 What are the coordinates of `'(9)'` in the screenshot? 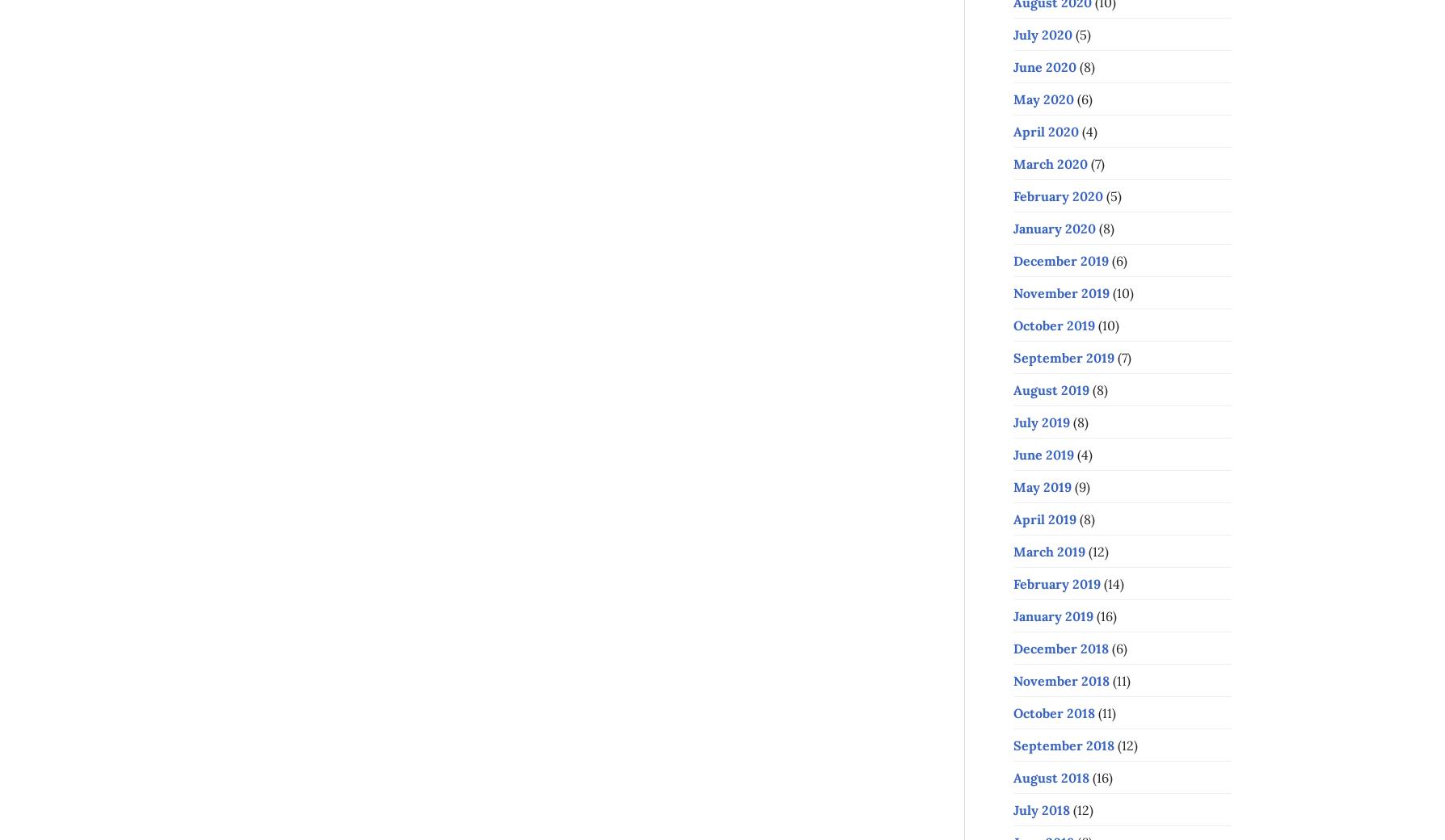 It's located at (1080, 485).